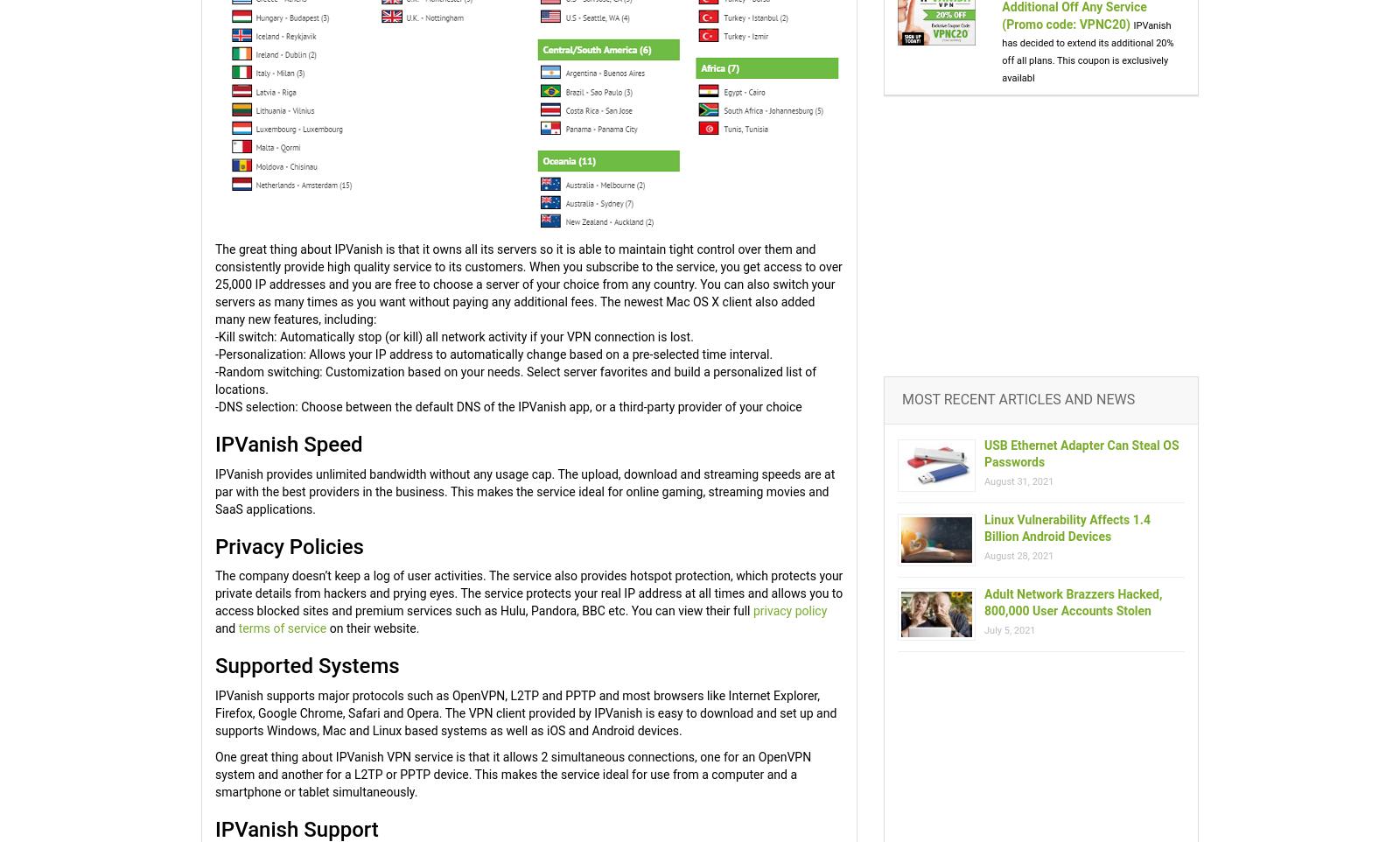  Describe the element at coordinates (983, 628) in the screenshot. I see `'July 5, 2021'` at that location.